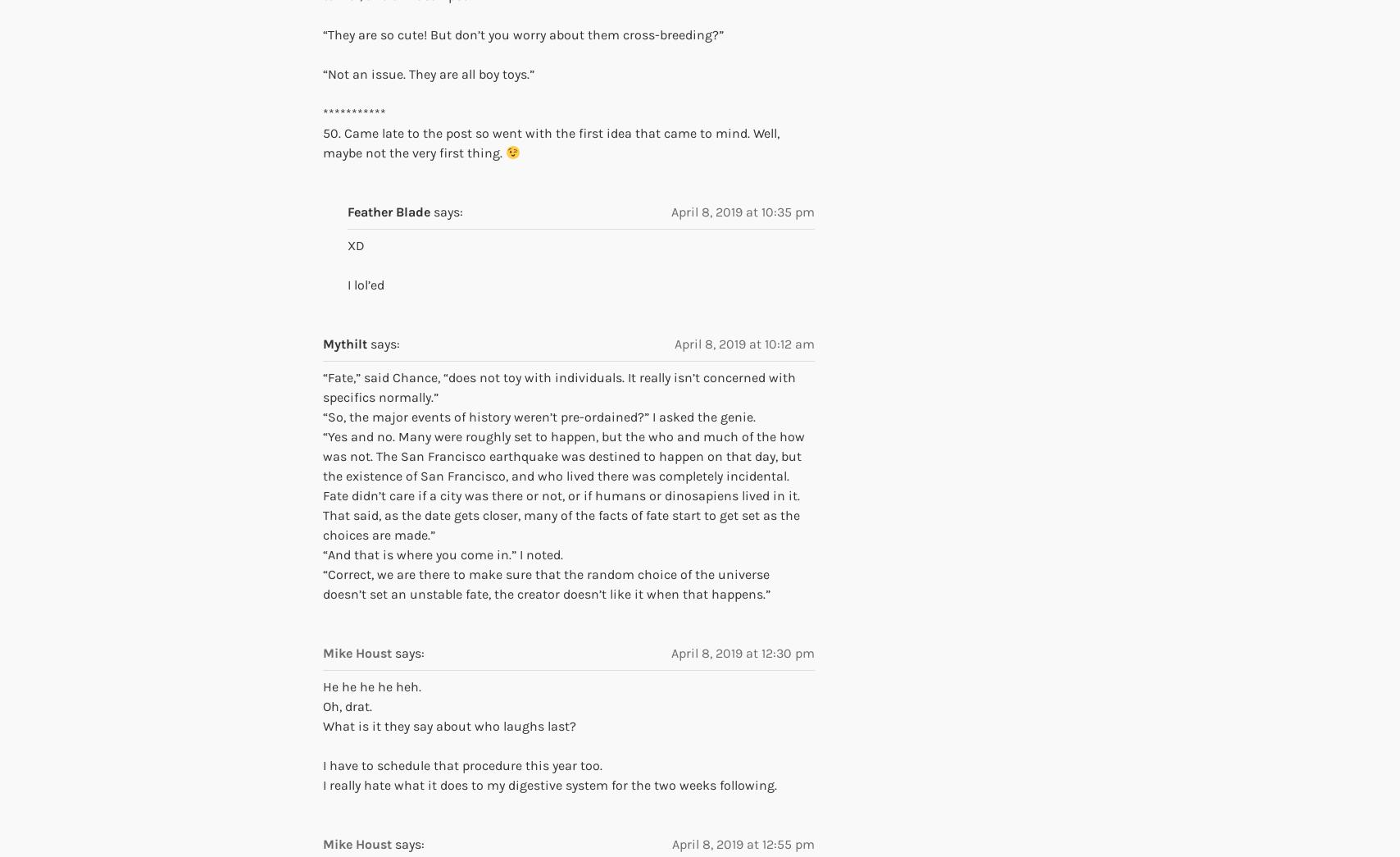  I want to click on 'April 8, 2019 at 10:35 pm', so click(743, 210).